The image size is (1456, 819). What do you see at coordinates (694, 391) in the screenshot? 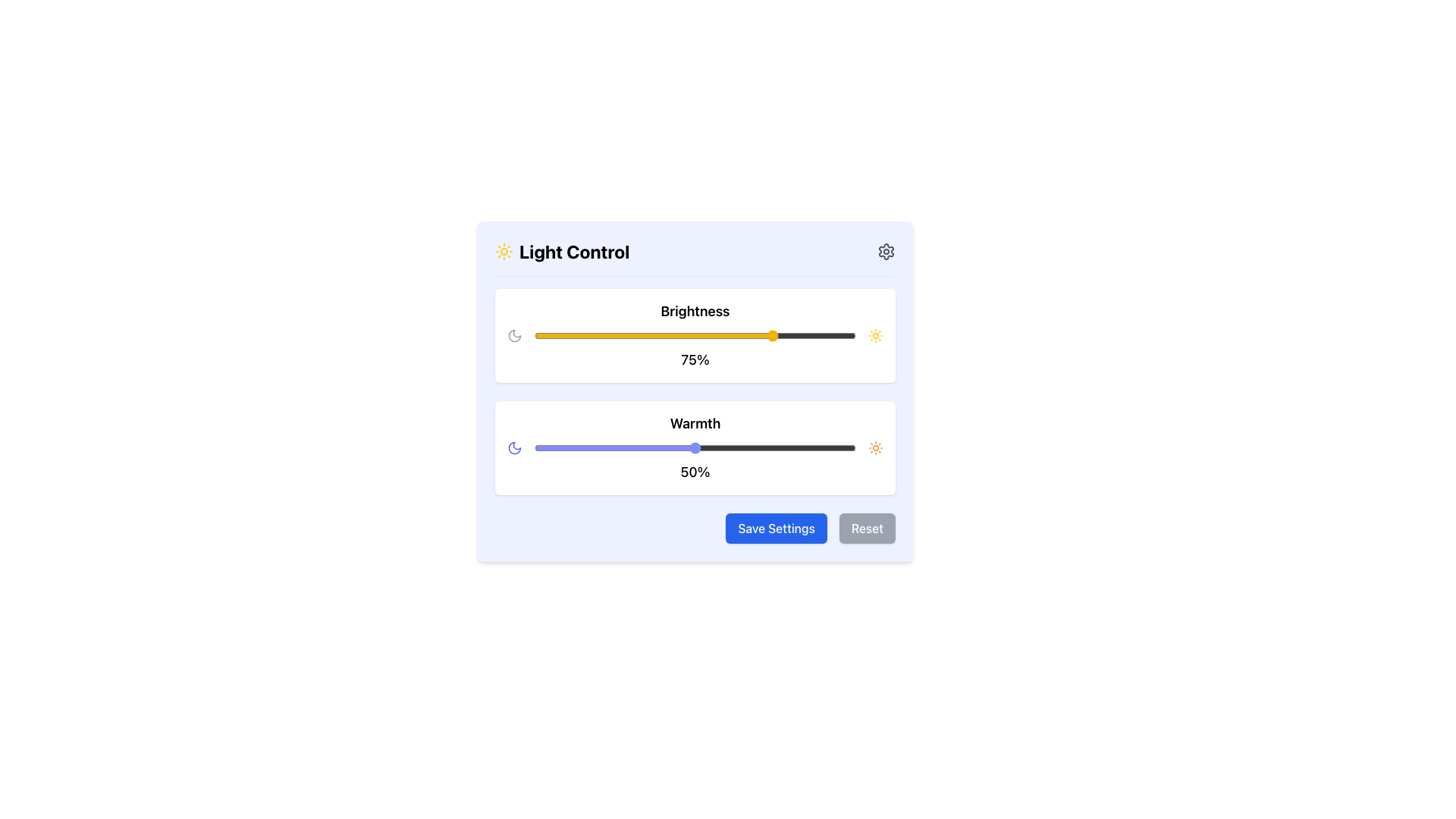
I see `the Grouped interactive components section` at bounding box center [694, 391].